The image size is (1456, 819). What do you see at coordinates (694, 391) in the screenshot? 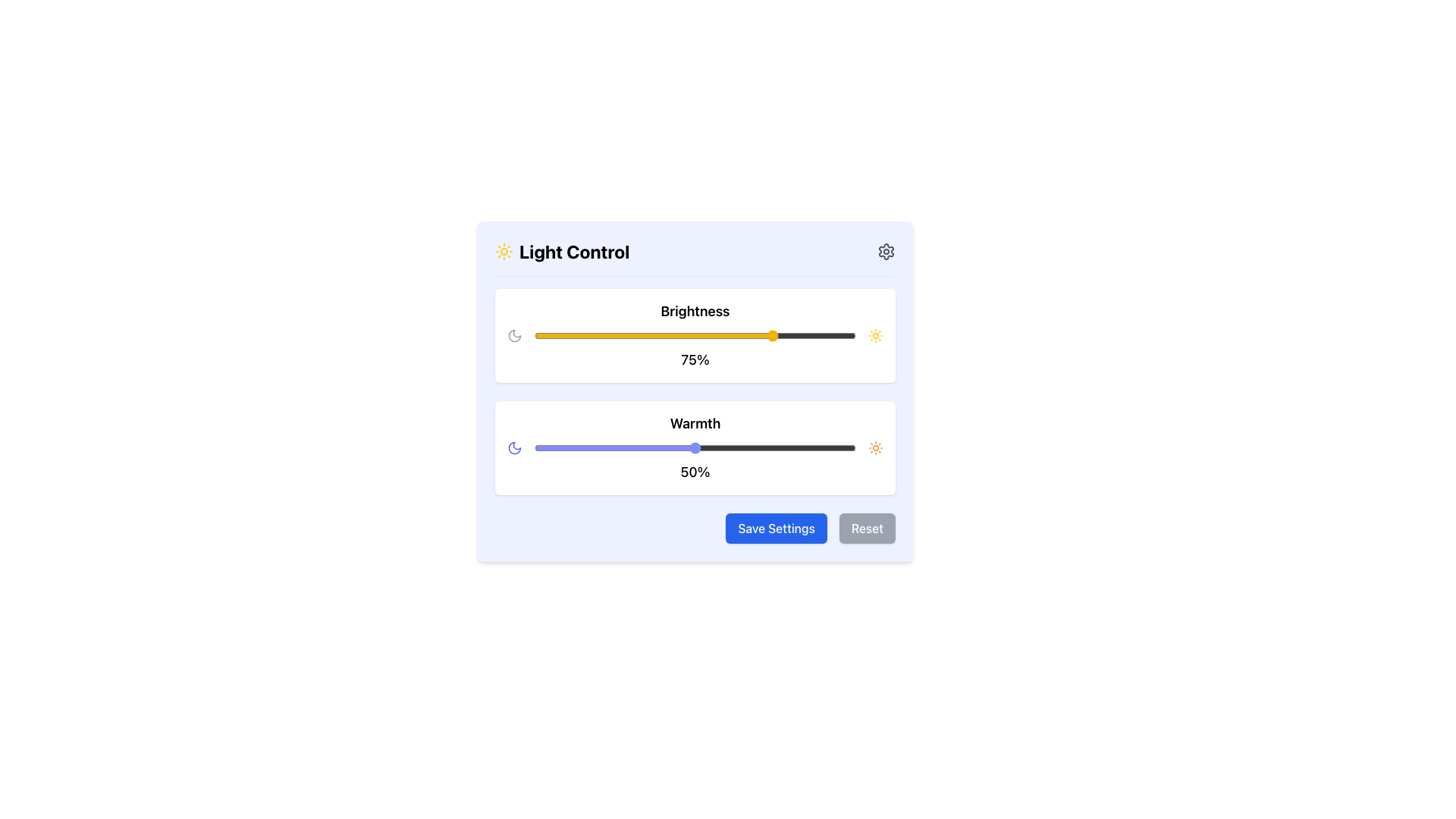
I see `the Grouped interactive components section` at bounding box center [694, 391].